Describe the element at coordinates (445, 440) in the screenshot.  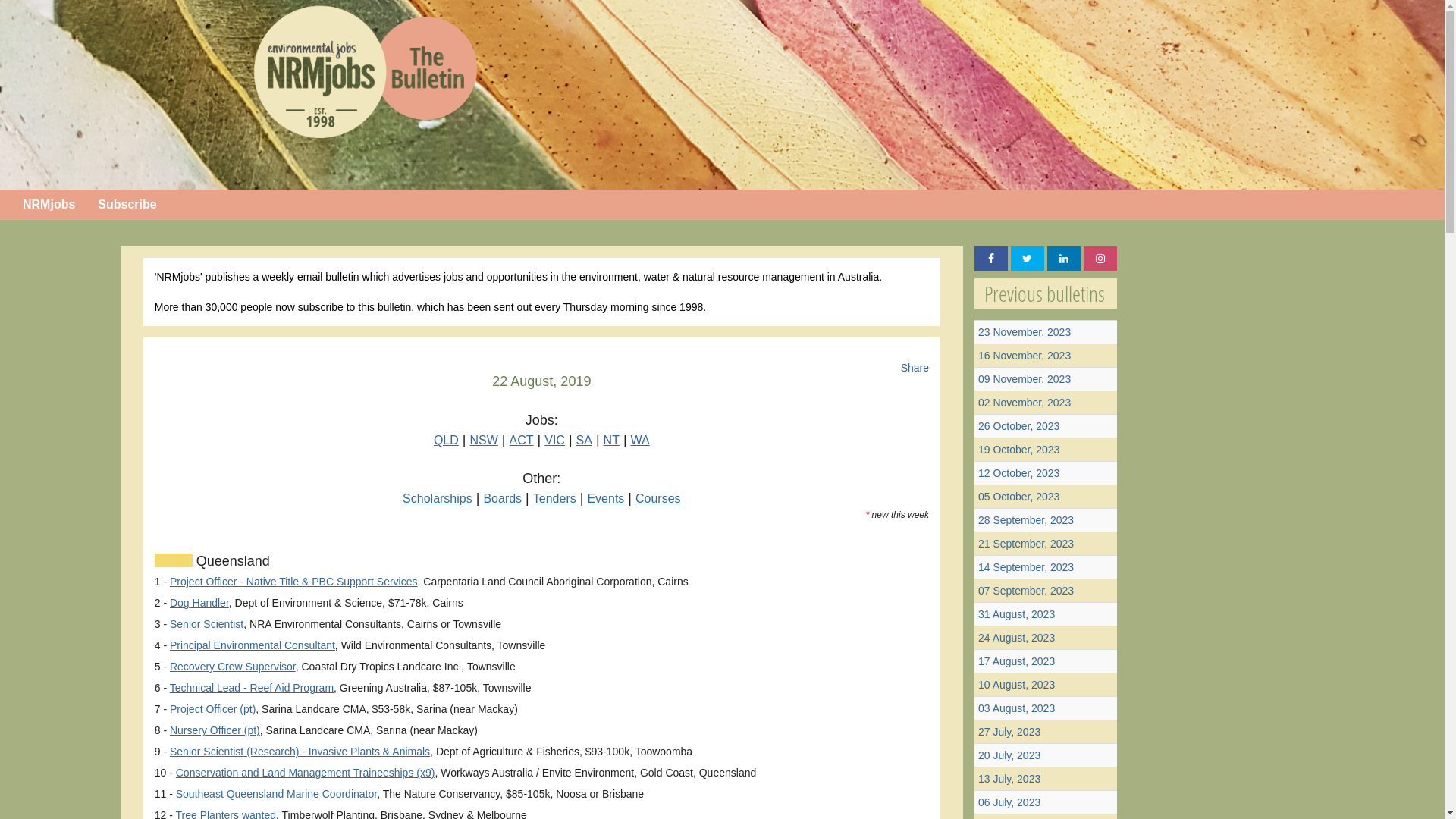
I see `'QLD'` at that location.